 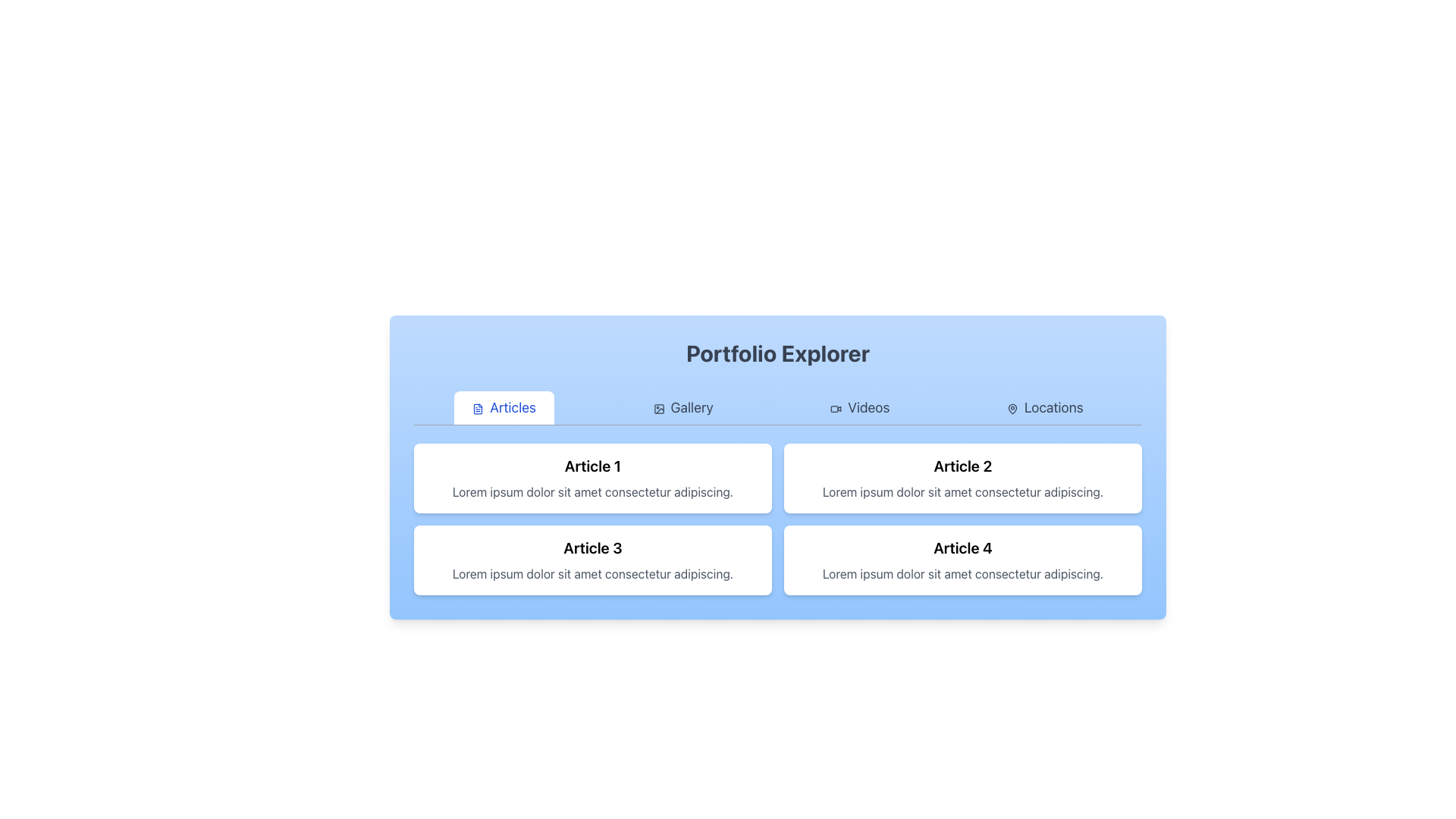 I want to click on the appearance of the 'Videos' tab icon located in the top navigation bar, which indicates video-related content, so click(x=835, y=408).